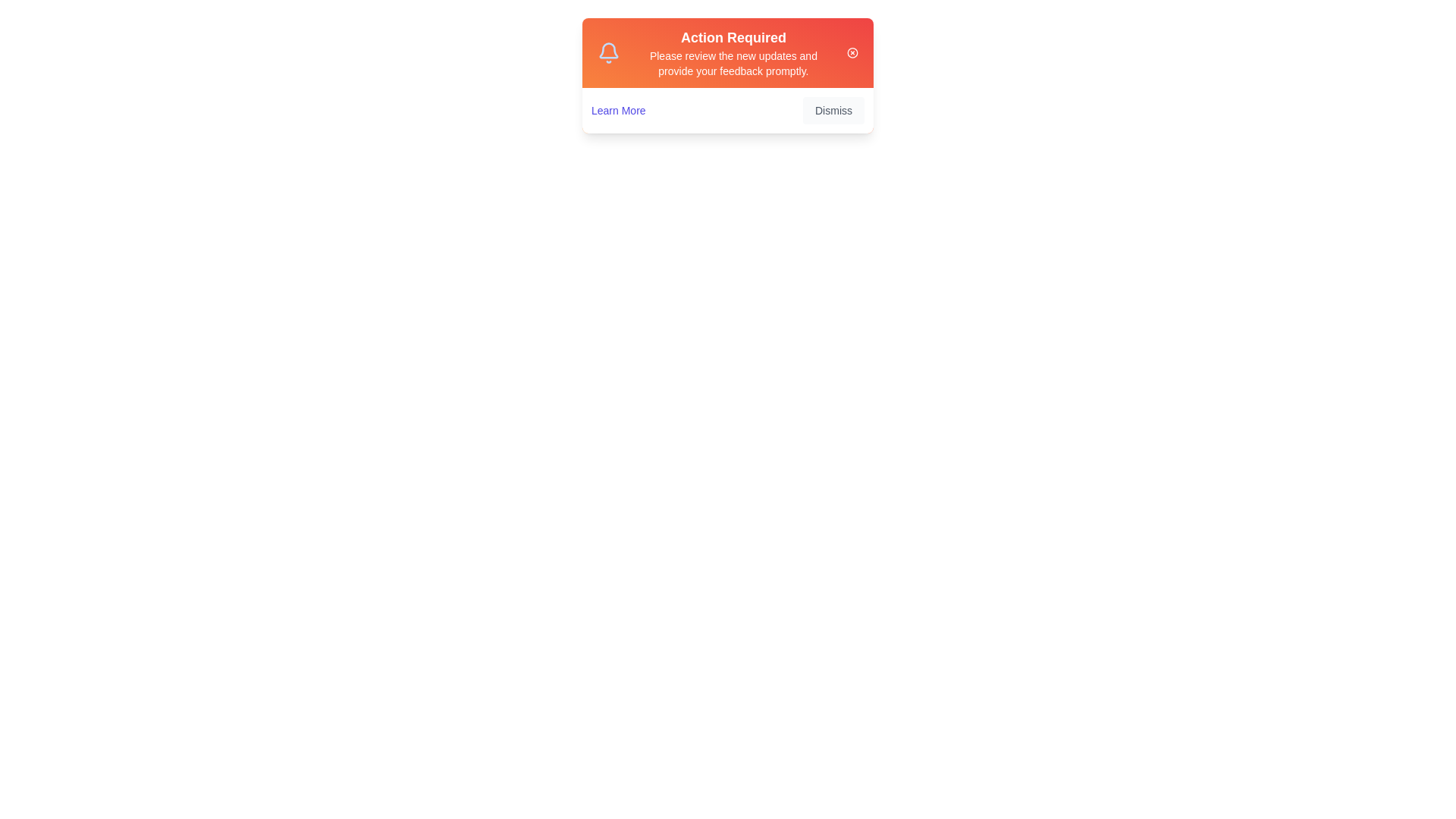 The height and width of the screenshot is (819, 1456). I want to click on the bell icon decoration, so click(608, 52).